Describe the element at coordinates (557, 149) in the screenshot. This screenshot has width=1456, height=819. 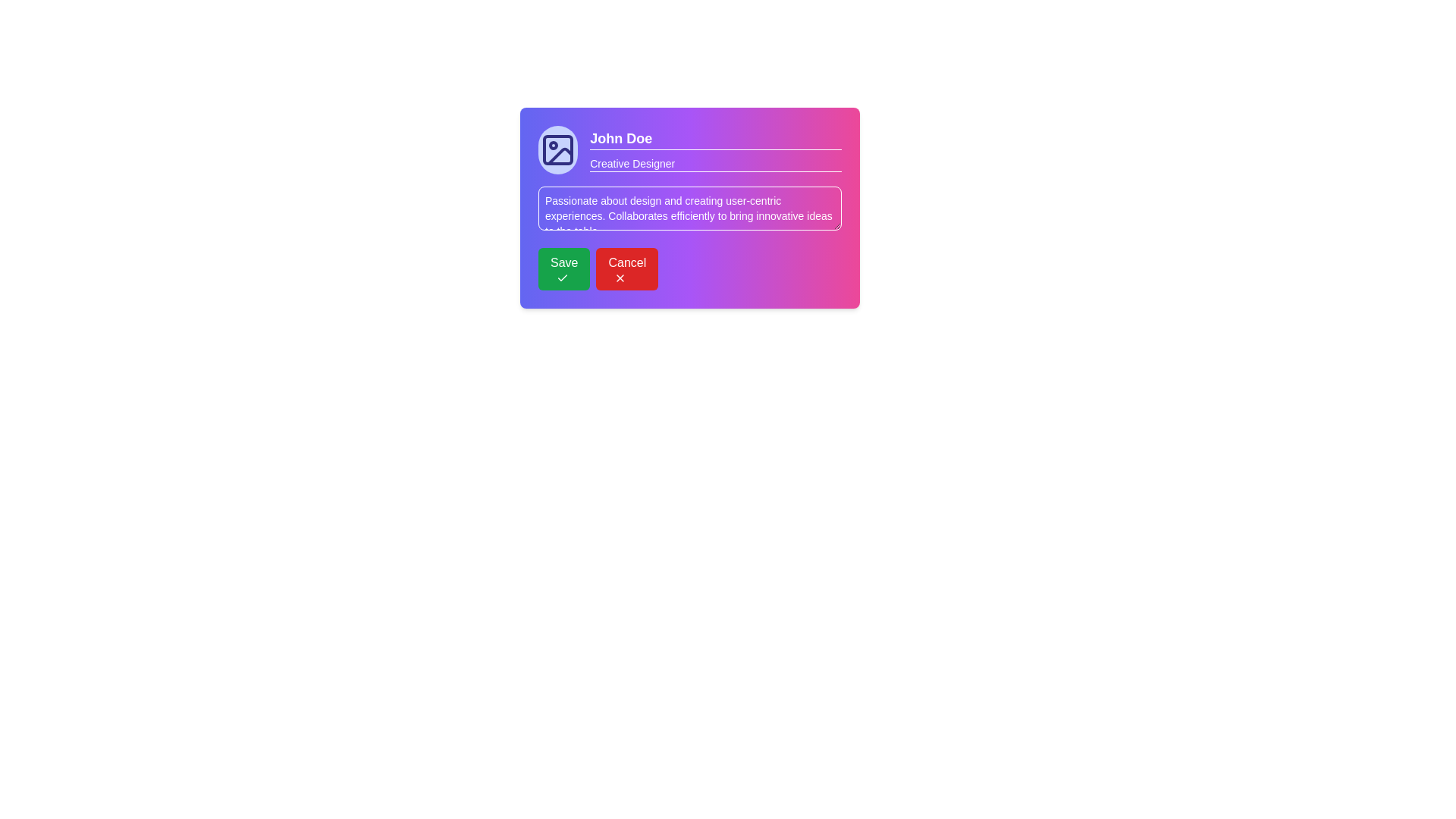
I see `the icon styled as an image representation within a circular border` at that location.